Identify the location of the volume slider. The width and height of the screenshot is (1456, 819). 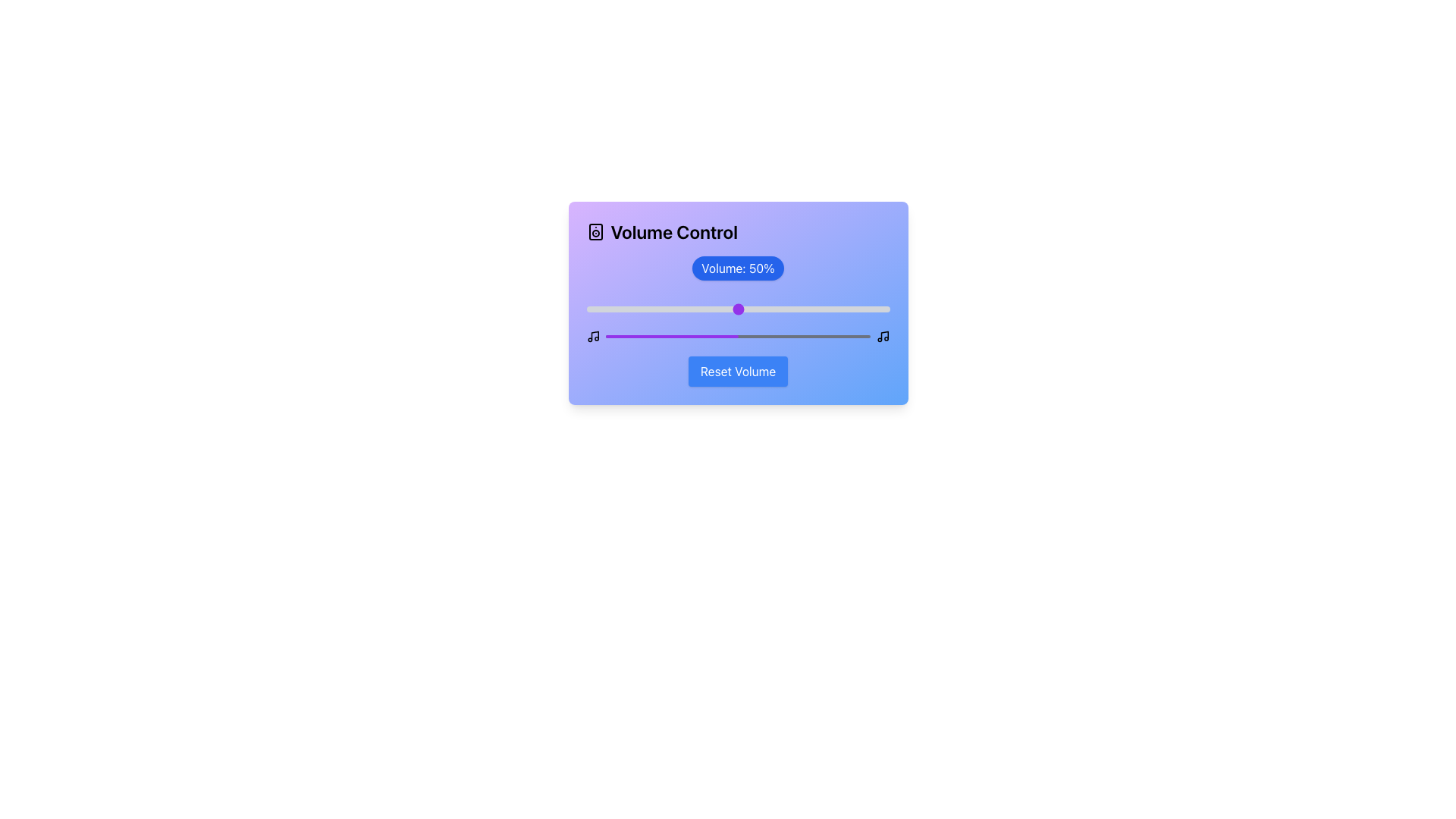
(626, 309).